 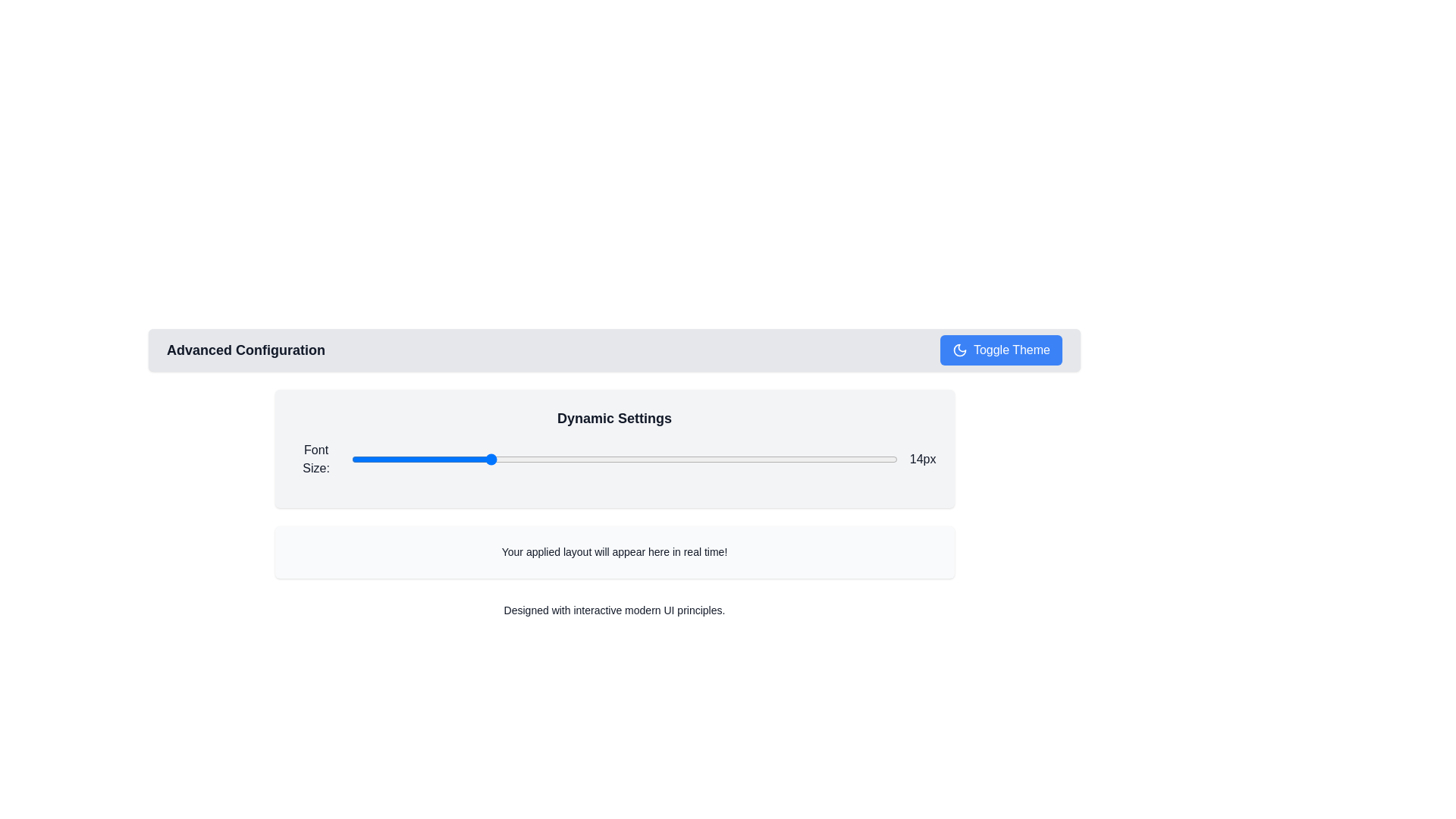 I want to click on the font size, so click(x=692, y=458).